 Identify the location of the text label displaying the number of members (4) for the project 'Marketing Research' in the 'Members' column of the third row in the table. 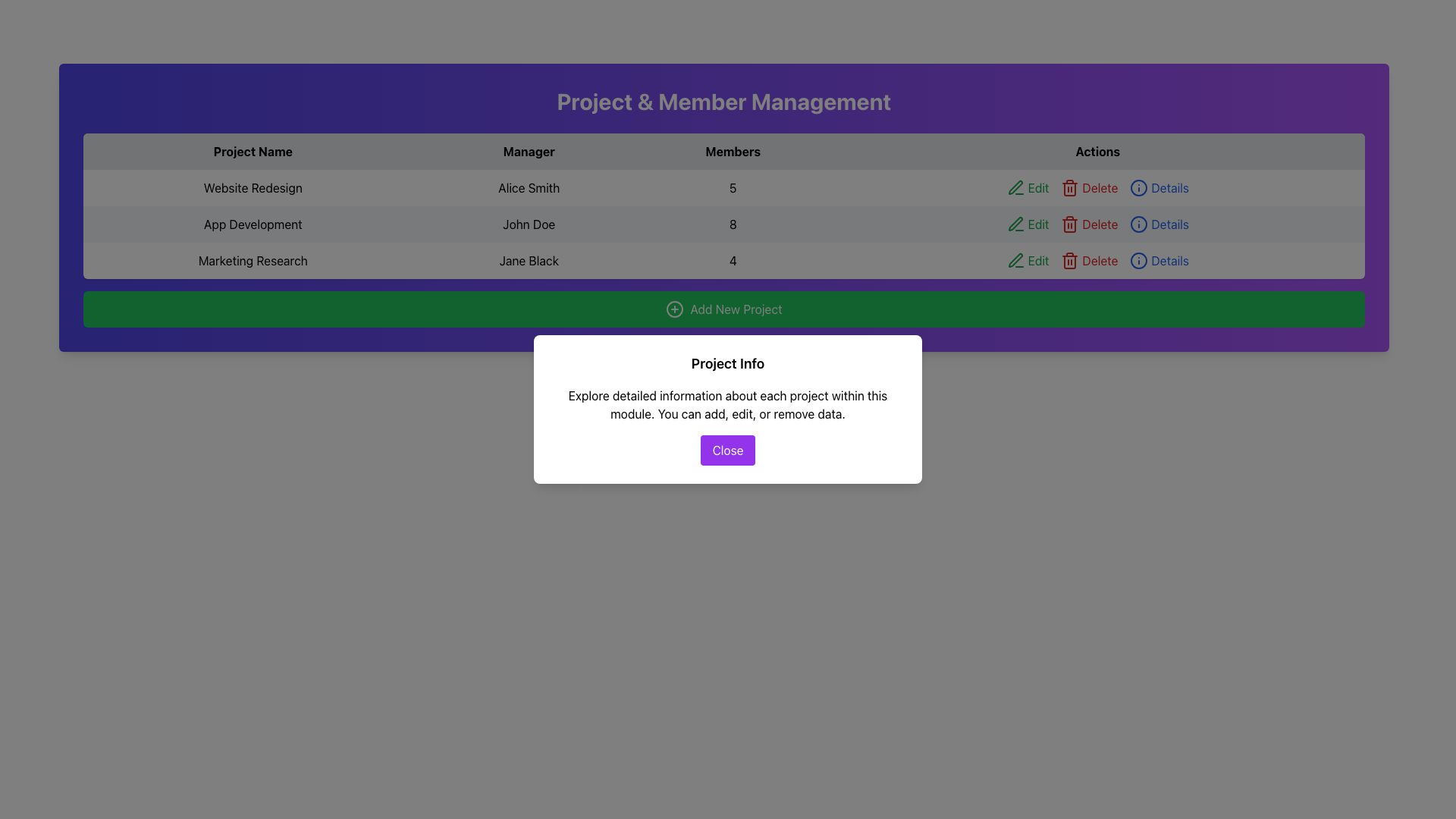
(733, 259).